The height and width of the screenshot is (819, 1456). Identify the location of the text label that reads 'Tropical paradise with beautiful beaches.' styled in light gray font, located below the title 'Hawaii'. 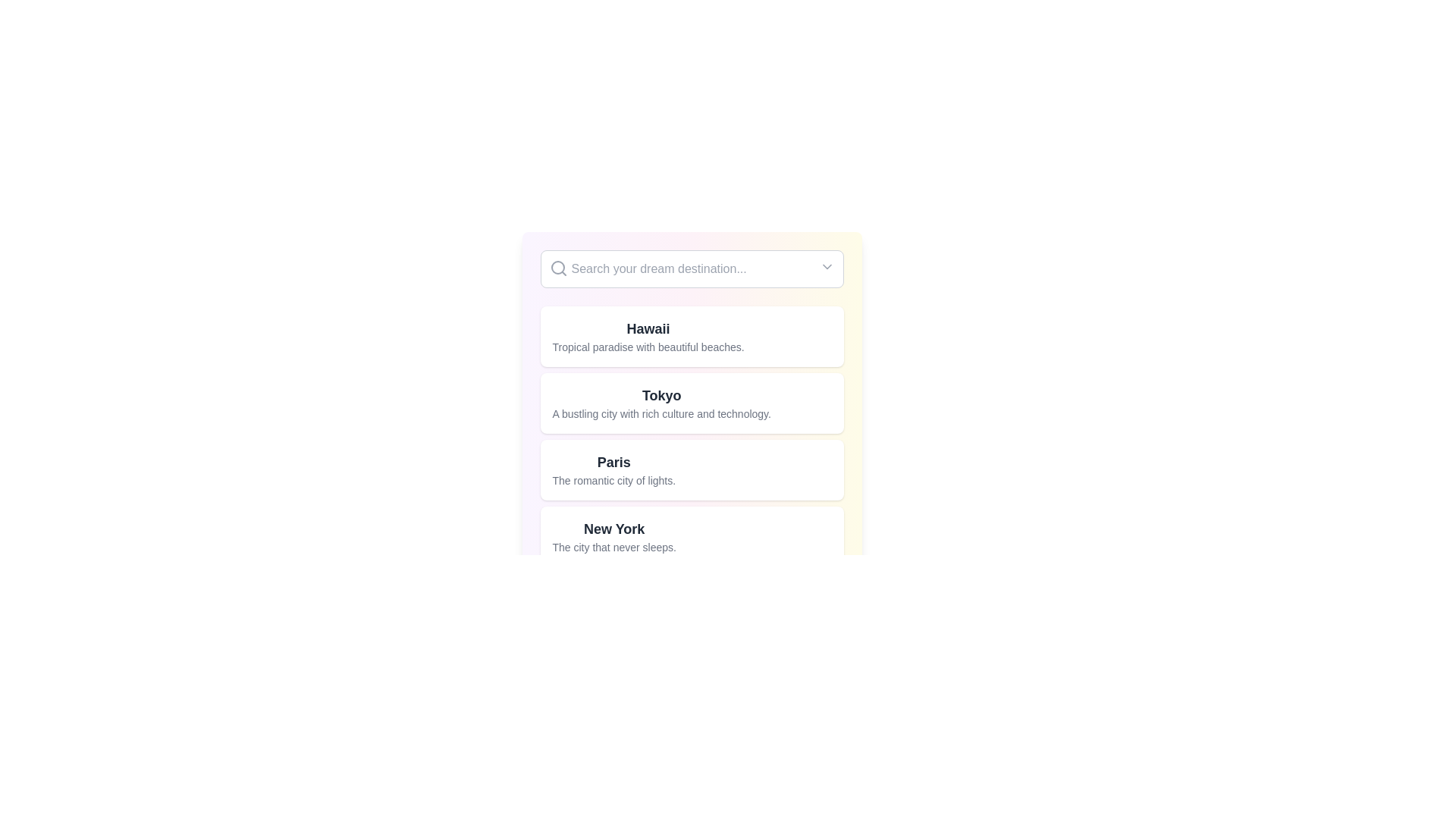
(648, 347).